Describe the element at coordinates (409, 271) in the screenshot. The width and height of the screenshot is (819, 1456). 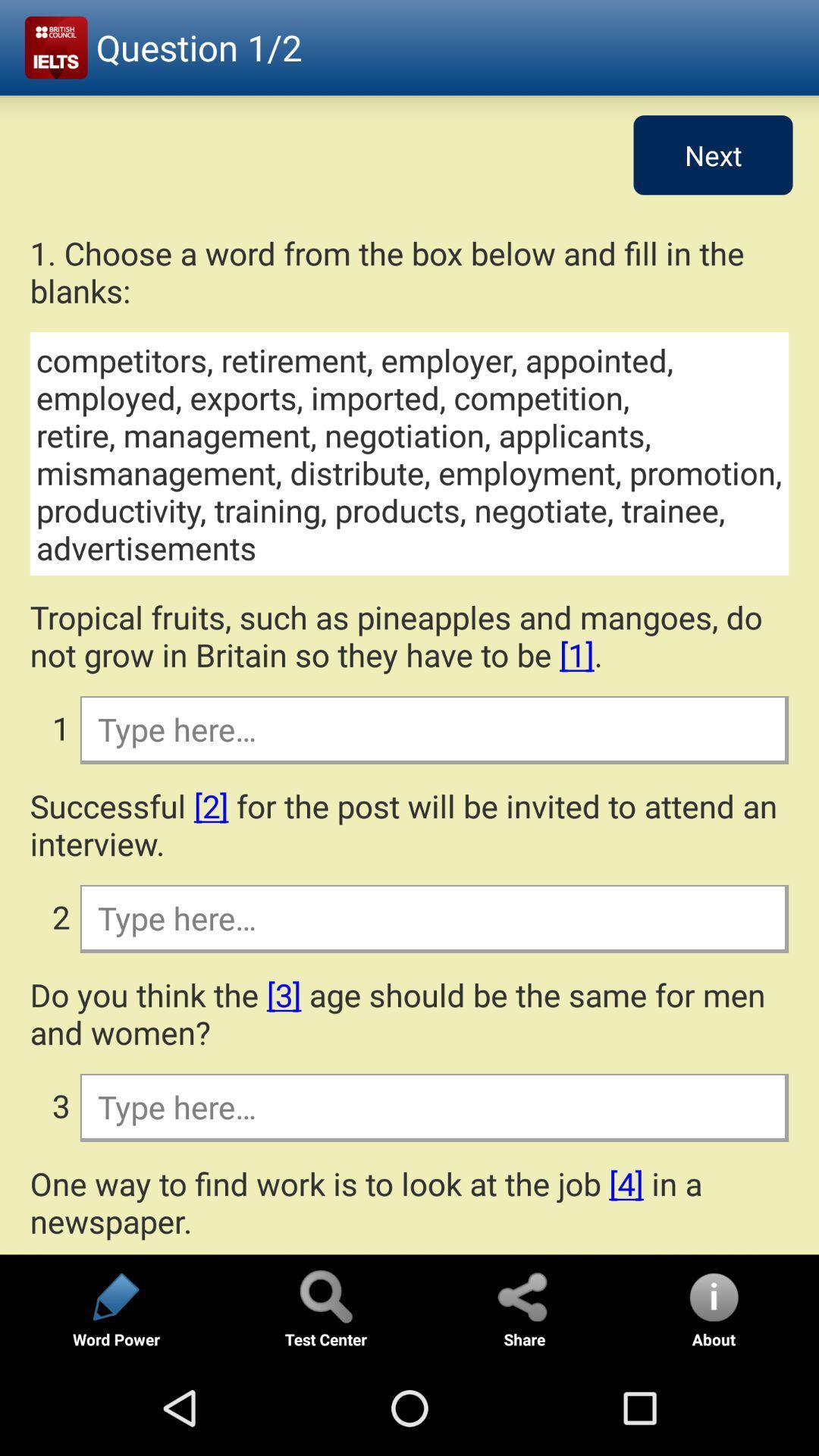
I see `the item above competitors retirement employer` at that location.